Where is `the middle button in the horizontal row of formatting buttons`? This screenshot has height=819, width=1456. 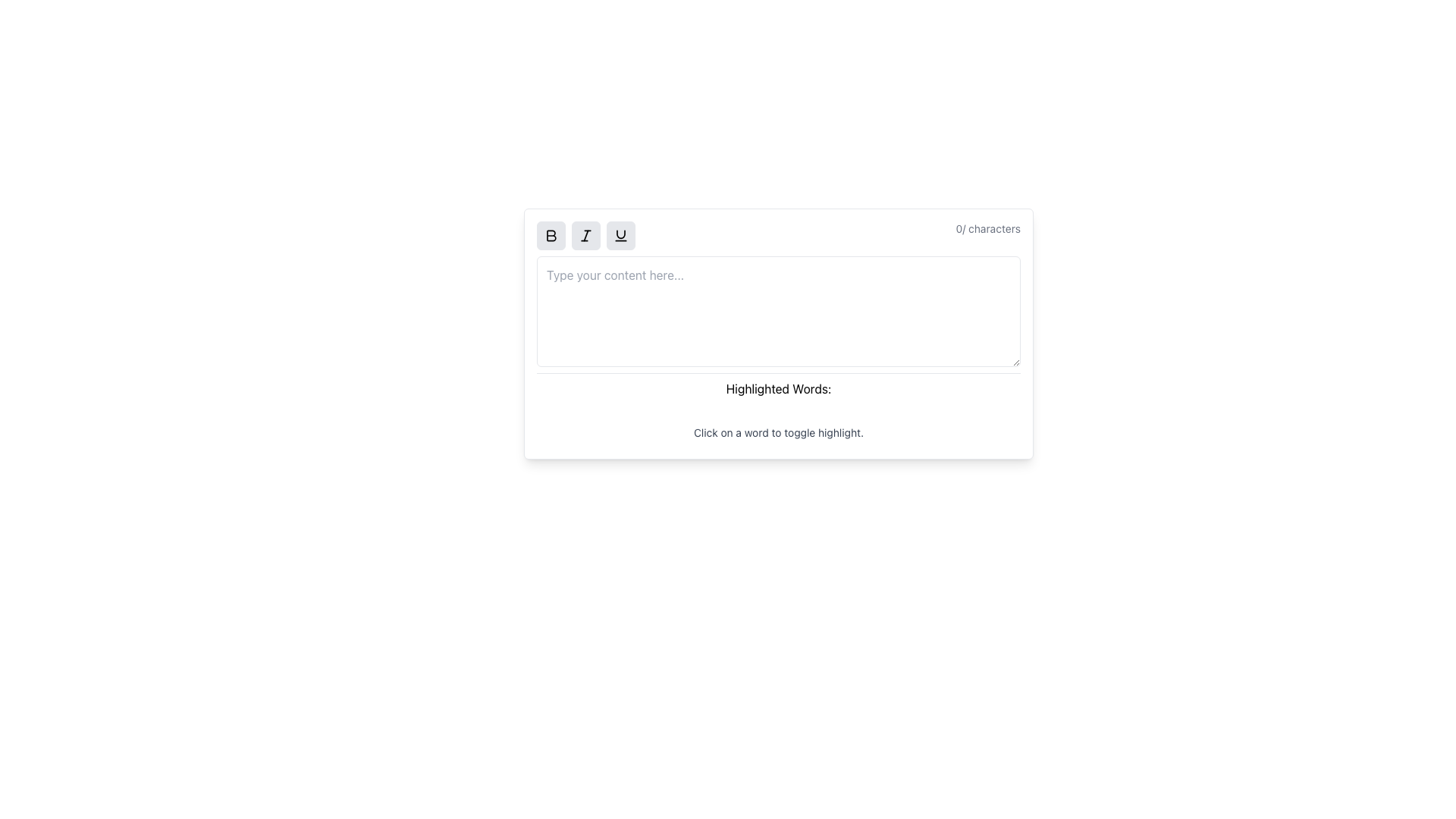 the middle button in the horizontal row of formatting buttons is located at coordinates (585, 236).